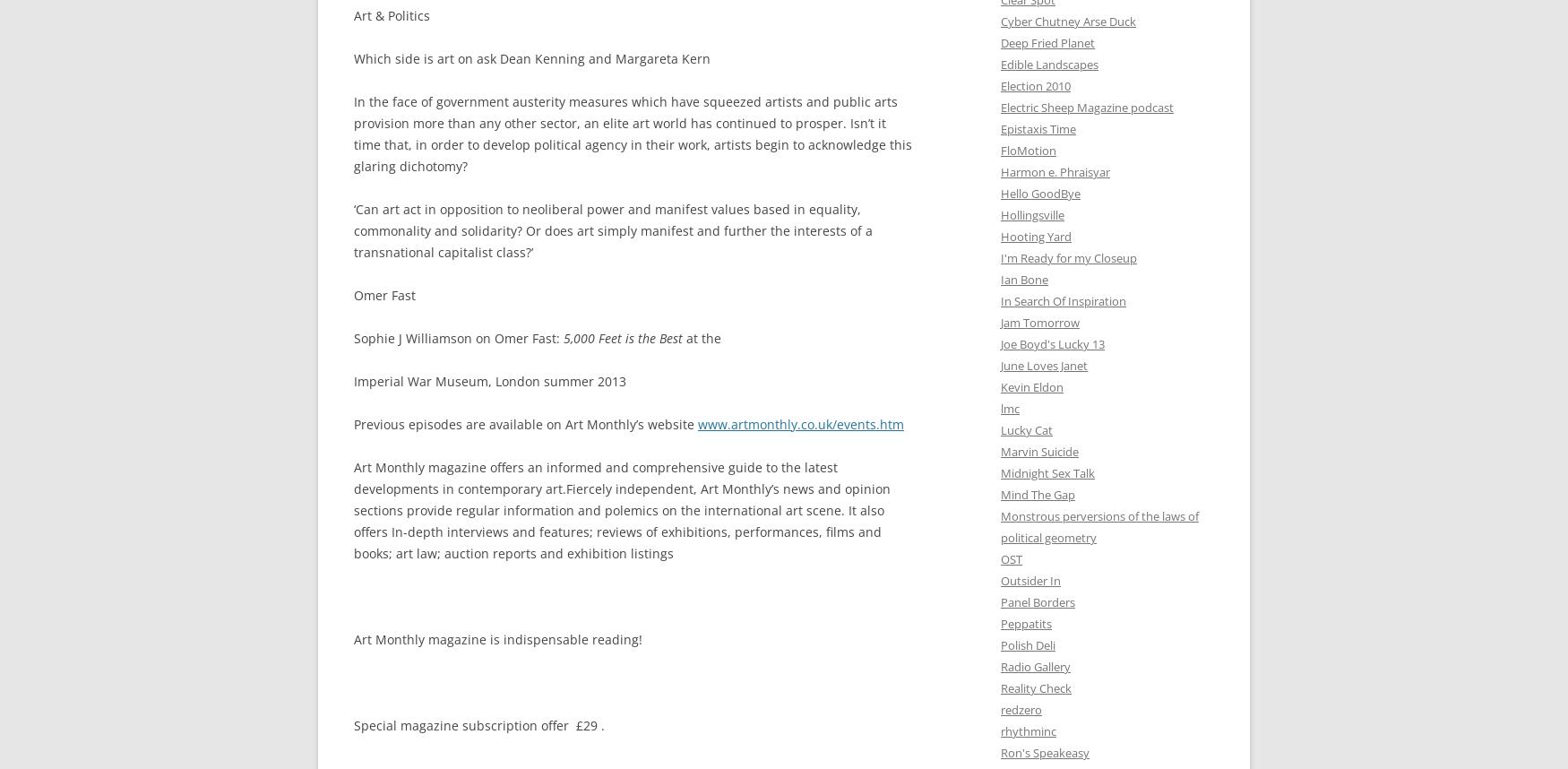 This screenshot has width=1568, height=769. I want to click on 'Art & Politics', so click(391, 14).